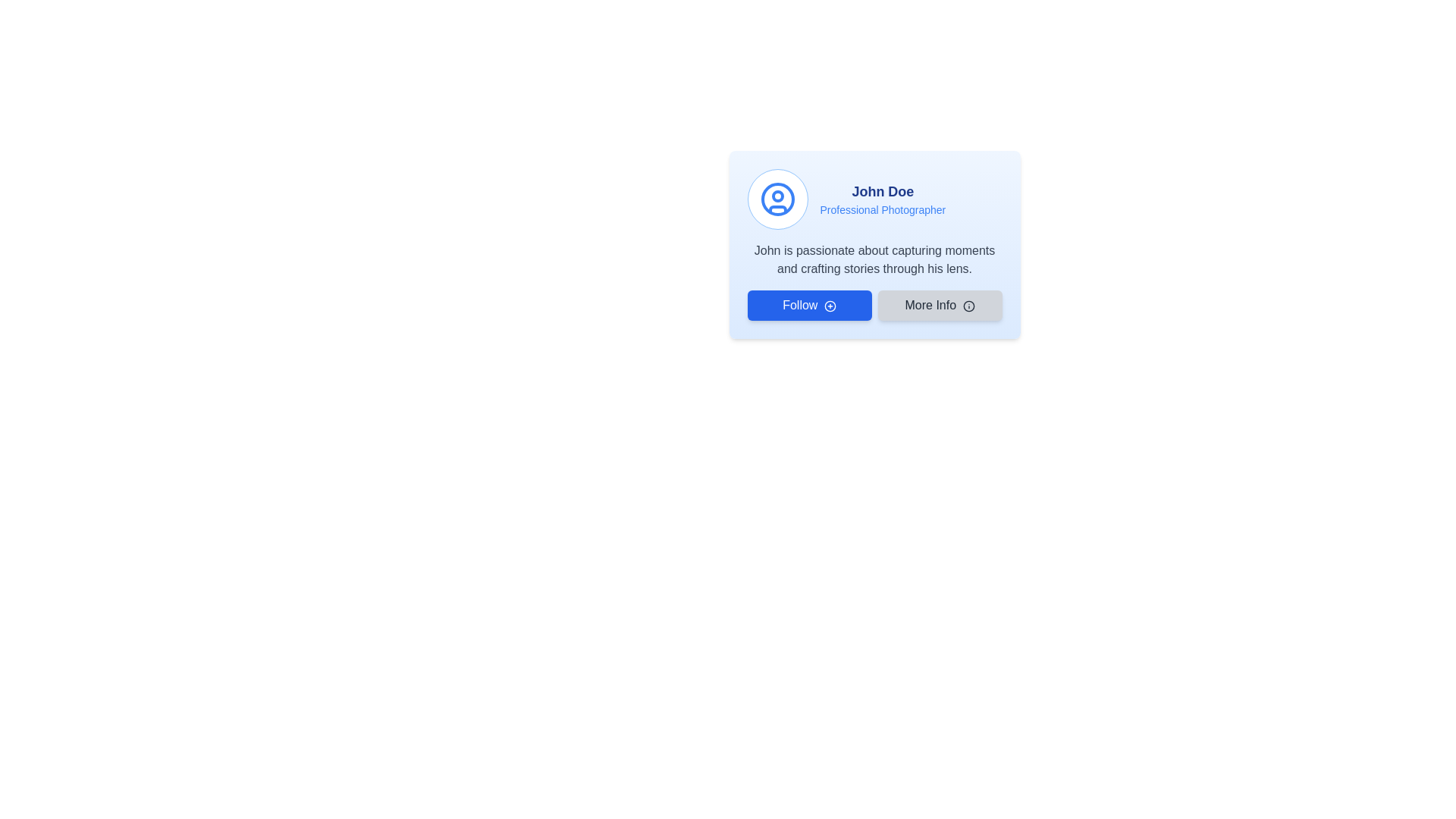 The image size is (1456, 819). Describe the element at coordinates (883, 210) in the screenshot. I see `the text label displaying 'Professional Photographer' which is located directly under the name 'John Doe'` at that location.